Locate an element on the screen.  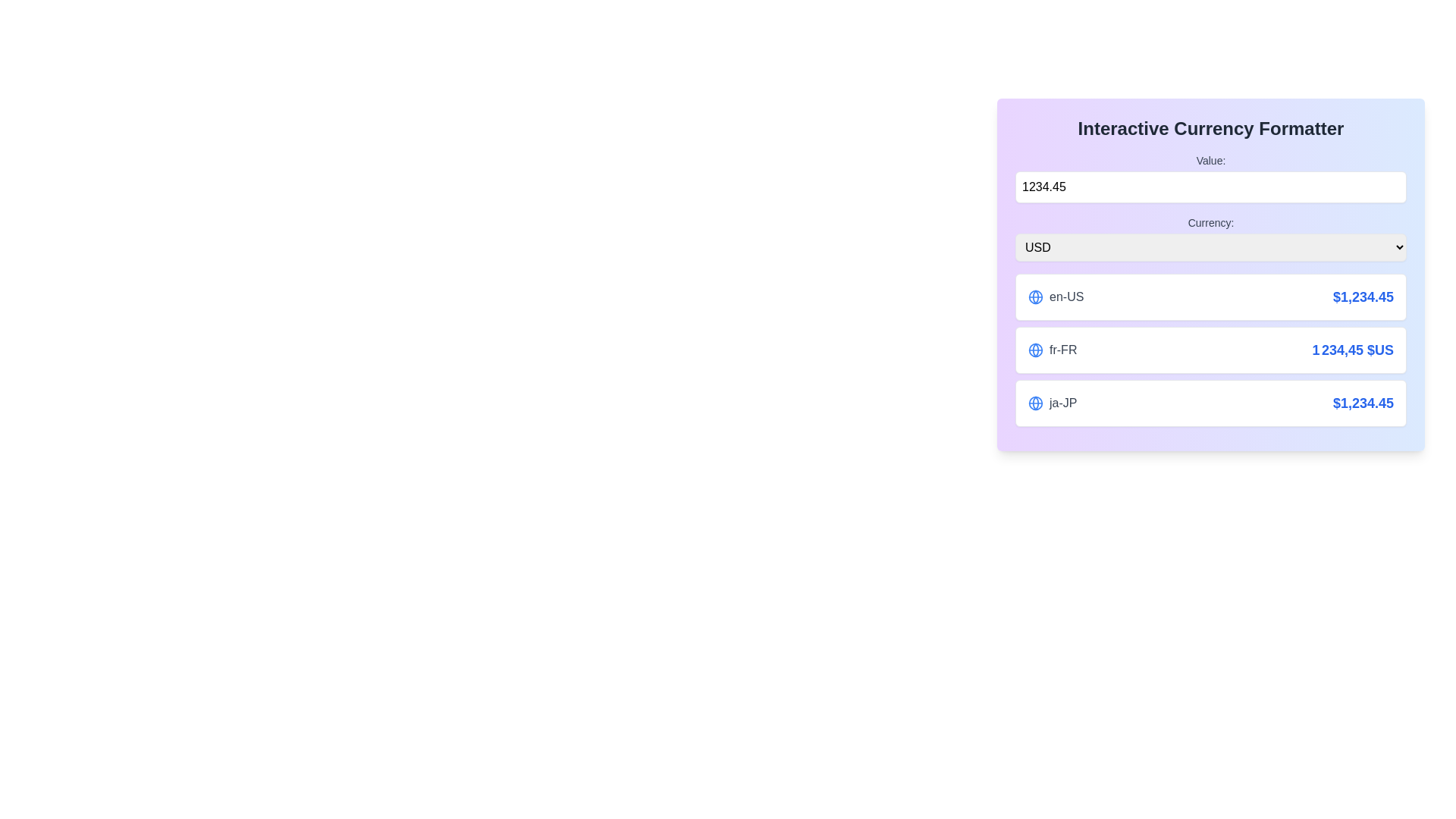
displayed text from the language label 'English (United States)' located in the 'Interactive Currency Formatter' section, to the right of the globe icon is located at coordinates (1065, 297).